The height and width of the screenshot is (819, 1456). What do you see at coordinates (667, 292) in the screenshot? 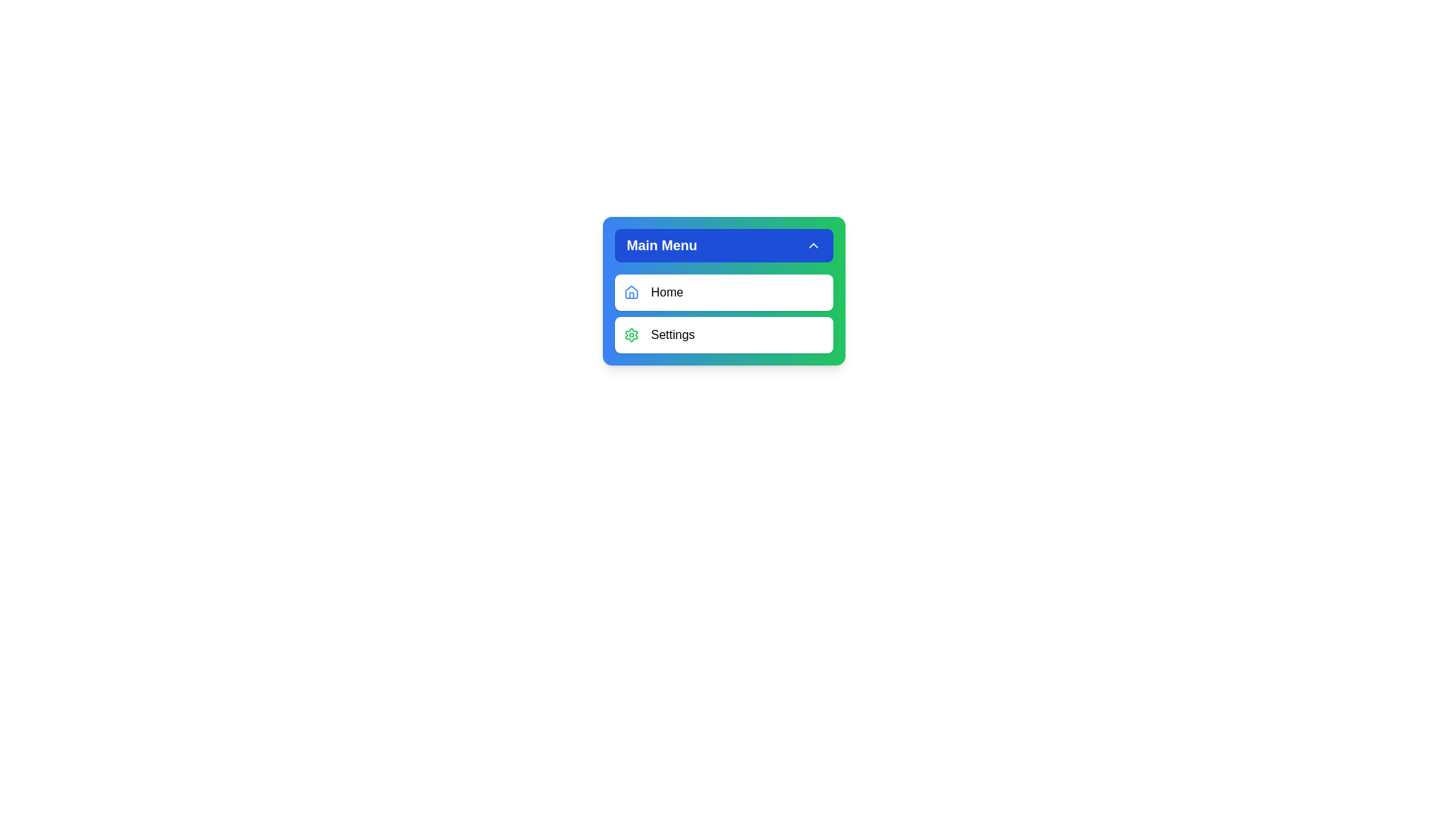
I see `the static text label that describes the 'Home' option in the menu, located immediately to the right of the house-shaped icon under the 'Main Menu' header` at bounding box center [667, 292].